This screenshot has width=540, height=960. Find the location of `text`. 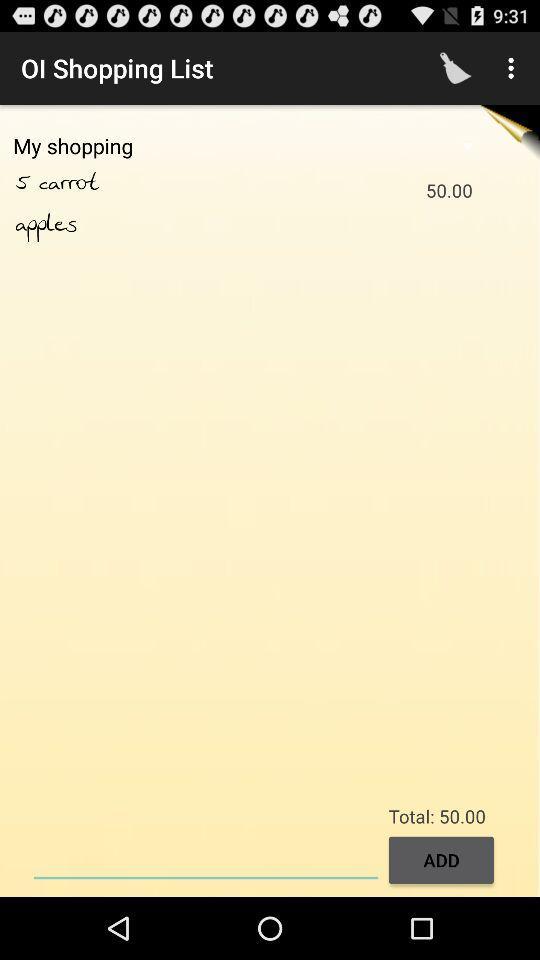

text is located at coordinates (205, 857).